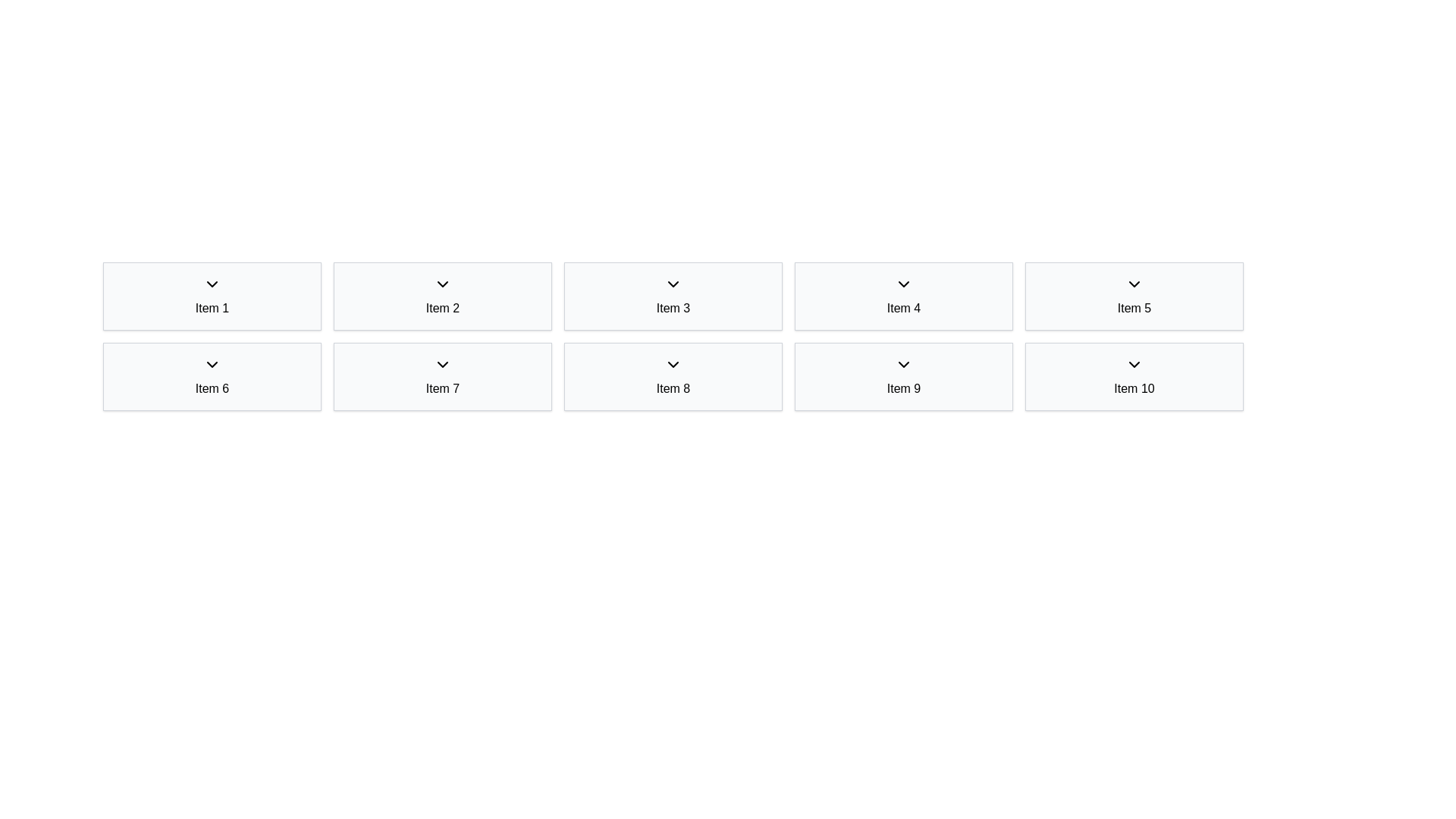 The image size is (1456, 819). What do you see at coordinates (442, 365) in the screenshot?
I see `the down-pointing chevron icon, which represents the dropdown indicator located in the seventh item of a grid layout` at bounding box center [442, 365].